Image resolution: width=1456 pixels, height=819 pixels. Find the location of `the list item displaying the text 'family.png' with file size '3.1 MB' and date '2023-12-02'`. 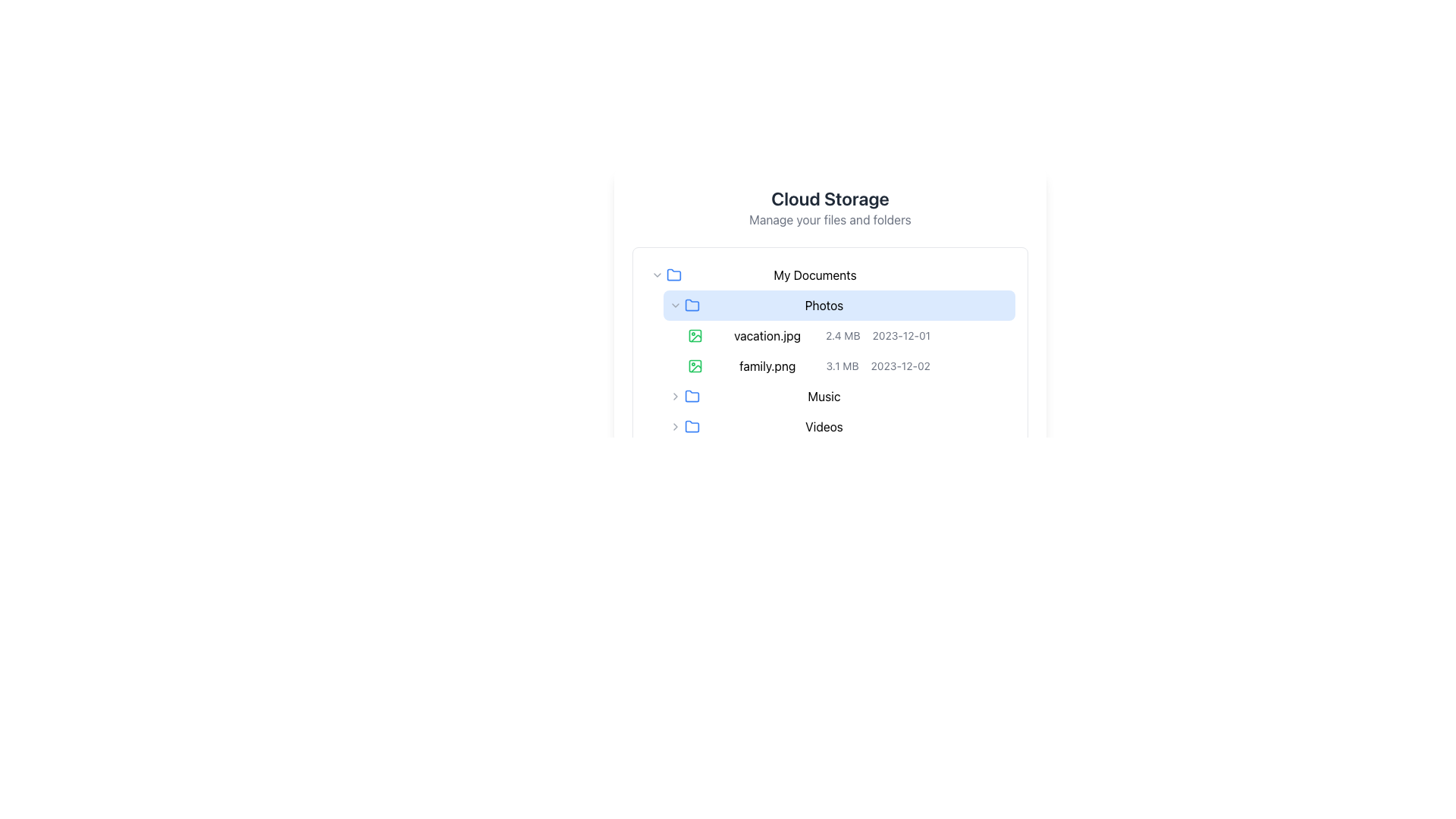

the list item displaying the text 'family.png' with file size '3.1 MB' and date '2023-12-02' is located at coordinates (829, 366).